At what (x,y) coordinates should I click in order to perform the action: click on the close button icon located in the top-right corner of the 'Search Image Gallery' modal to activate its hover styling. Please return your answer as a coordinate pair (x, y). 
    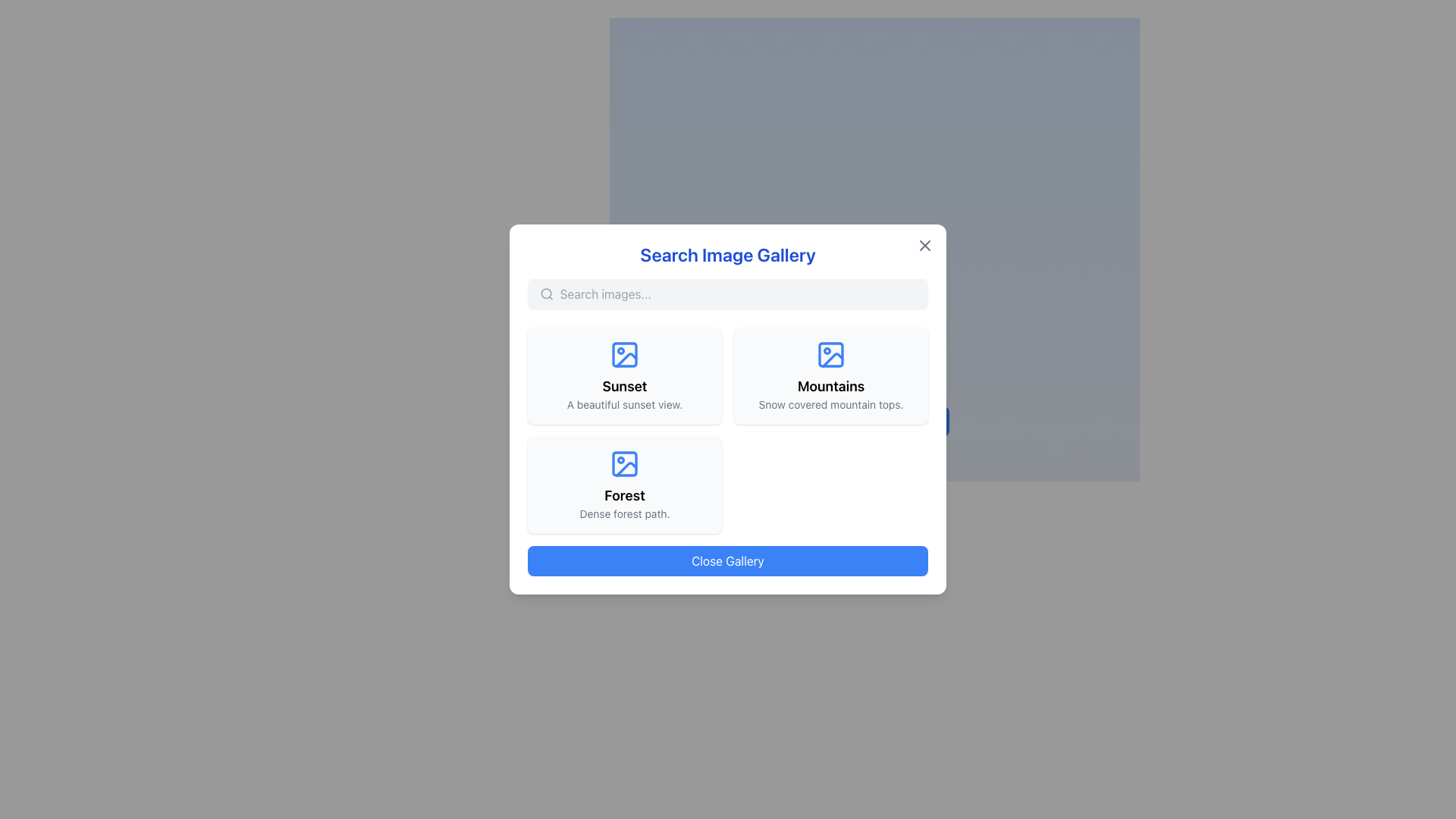
    Looking at the image, I should click on (924, 245).